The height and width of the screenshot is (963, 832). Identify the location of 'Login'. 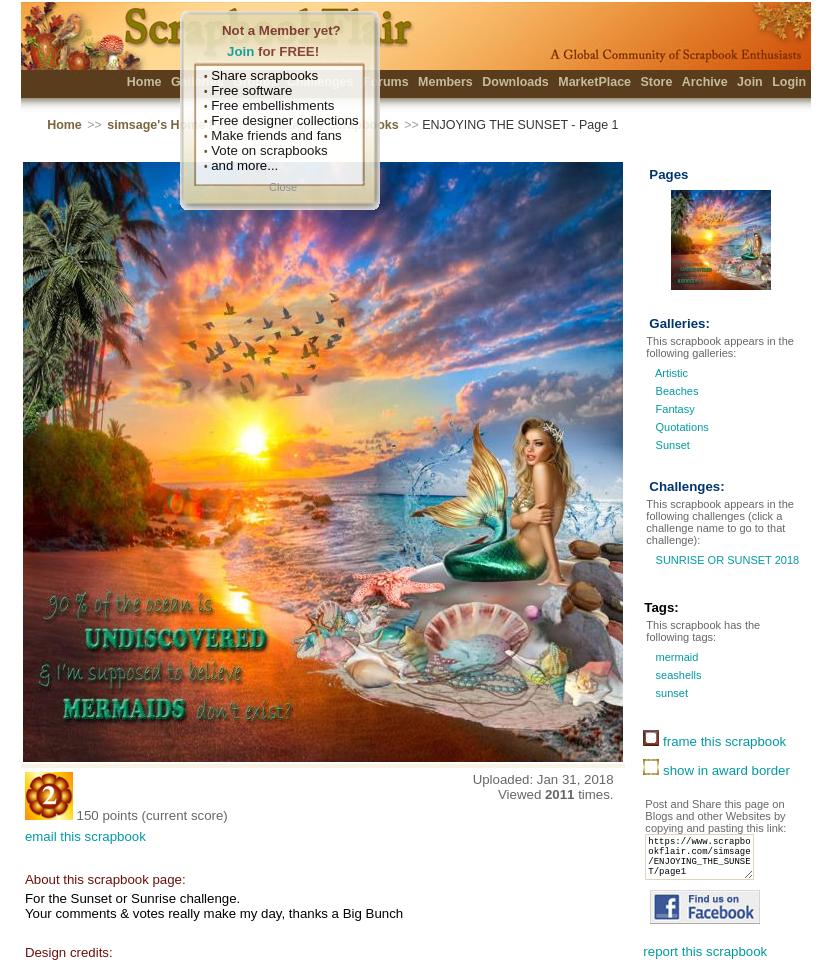
(787, 82).